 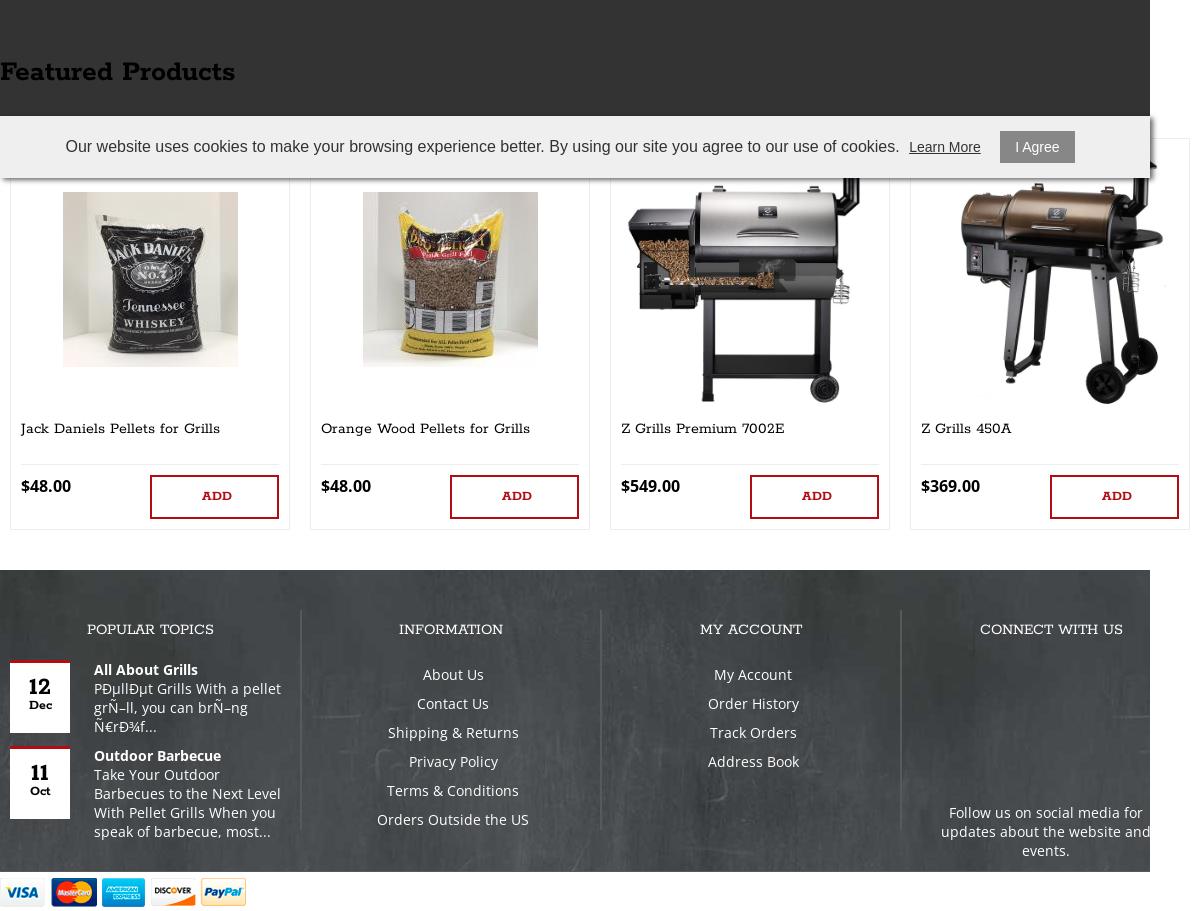 I want to click on 'Featured Products', so click(x=117, y=72).